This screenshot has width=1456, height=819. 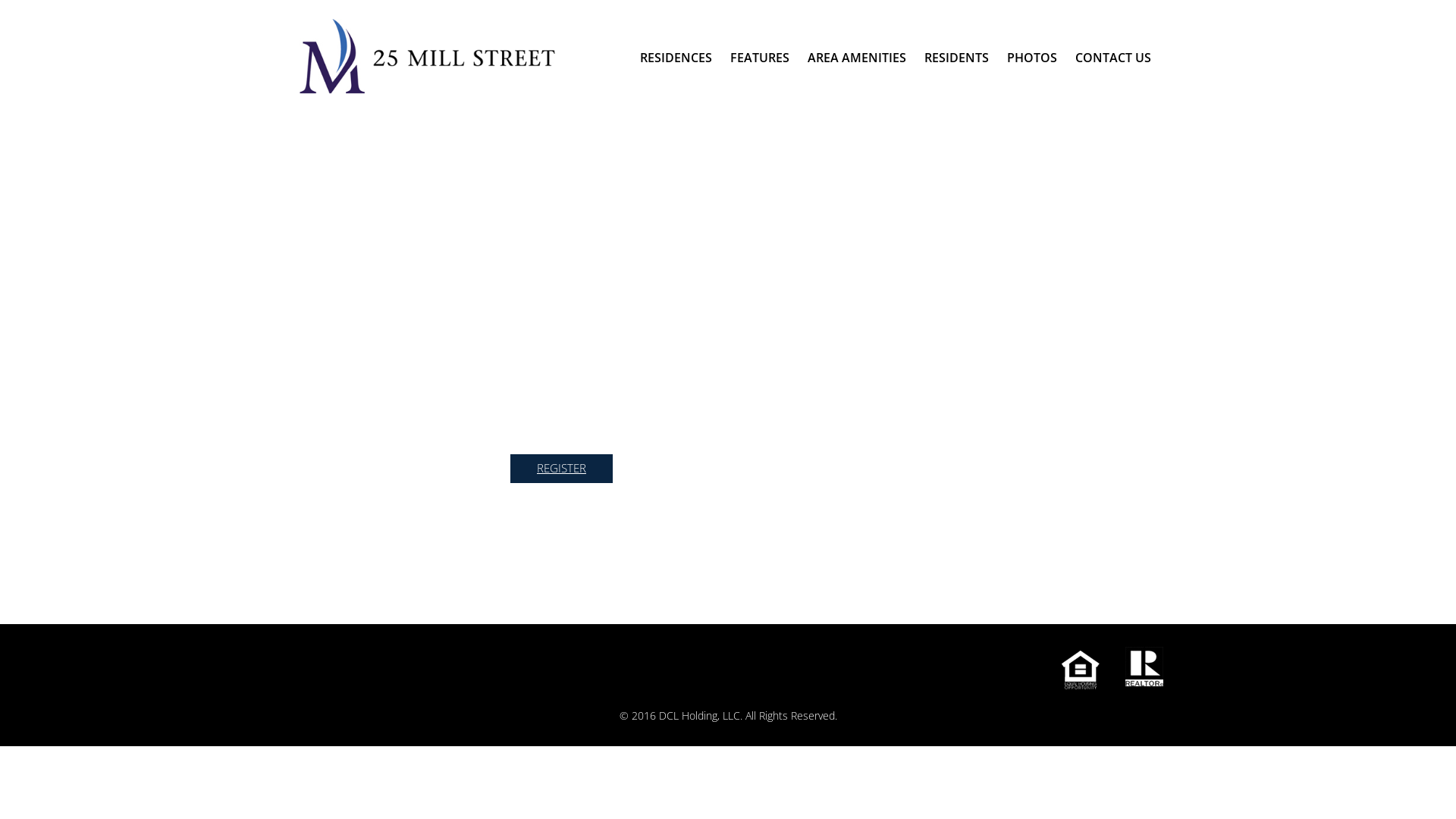 What do you see at coordinates (1113, 57) in the screenshot?
I see `'CONTACT US'` at bounding box center [1113, 57].